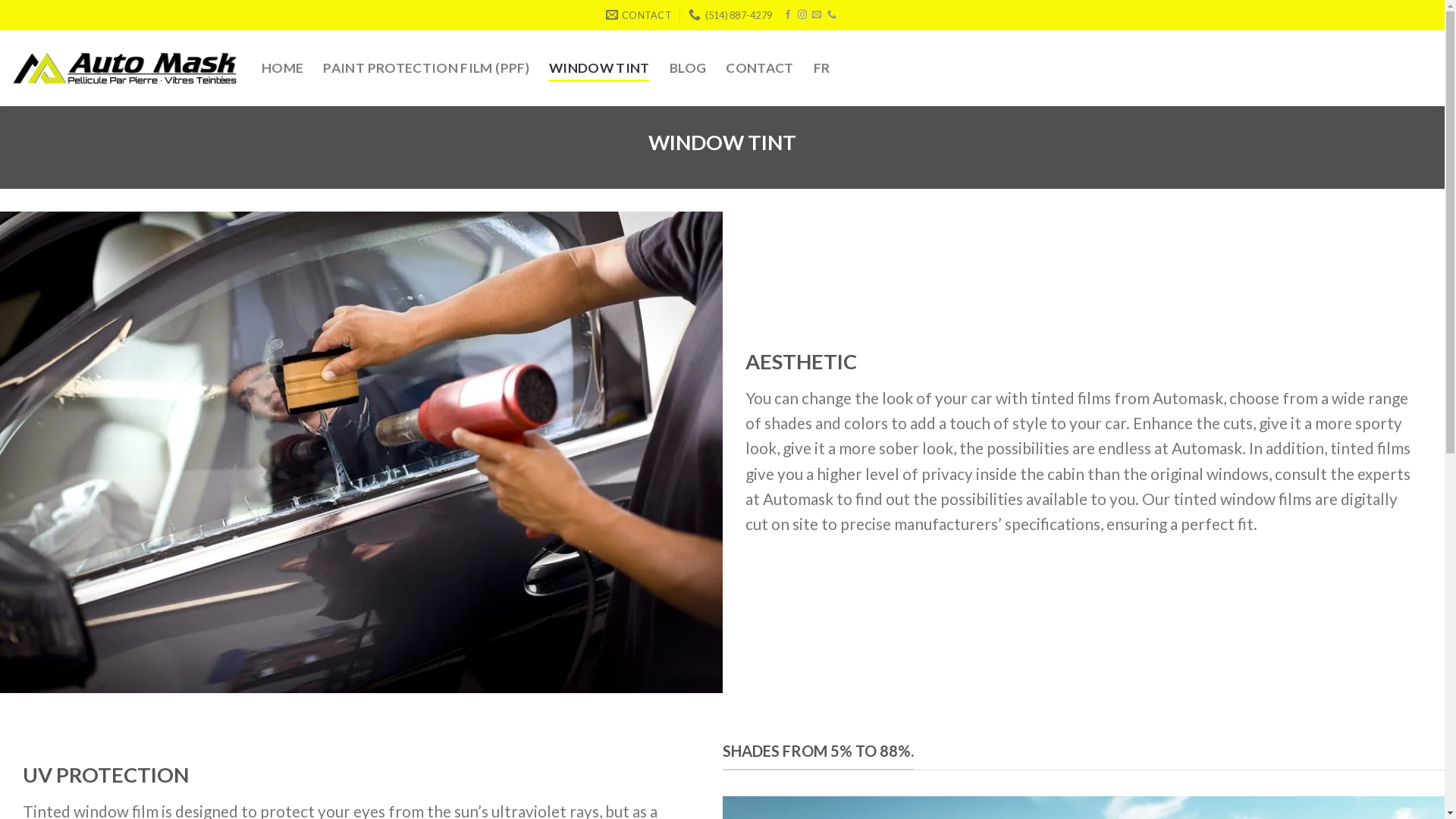  I want to click on 'CONTACT', so click(759, 67).